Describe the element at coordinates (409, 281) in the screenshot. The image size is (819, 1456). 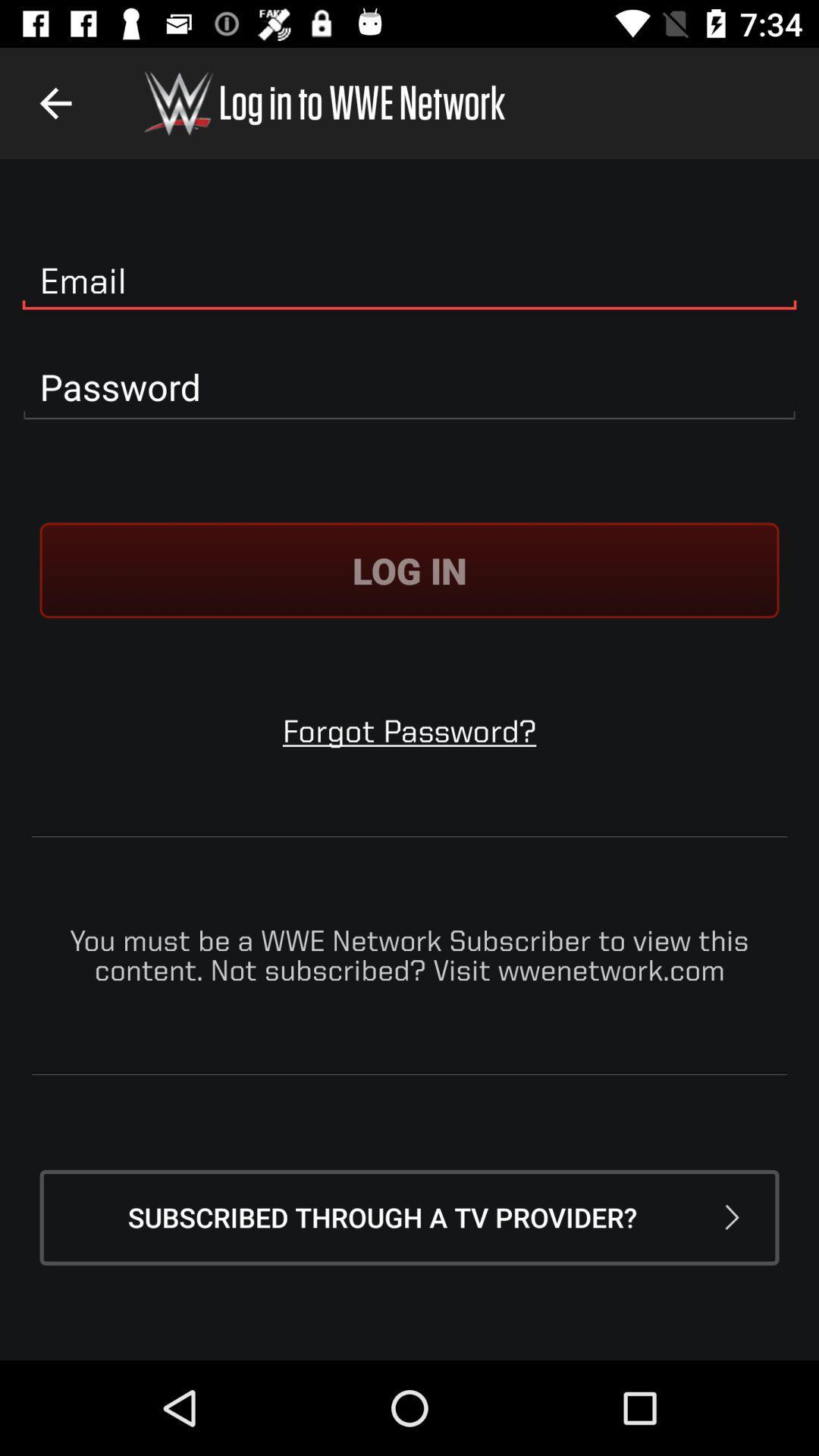
I see `email login` at that location.